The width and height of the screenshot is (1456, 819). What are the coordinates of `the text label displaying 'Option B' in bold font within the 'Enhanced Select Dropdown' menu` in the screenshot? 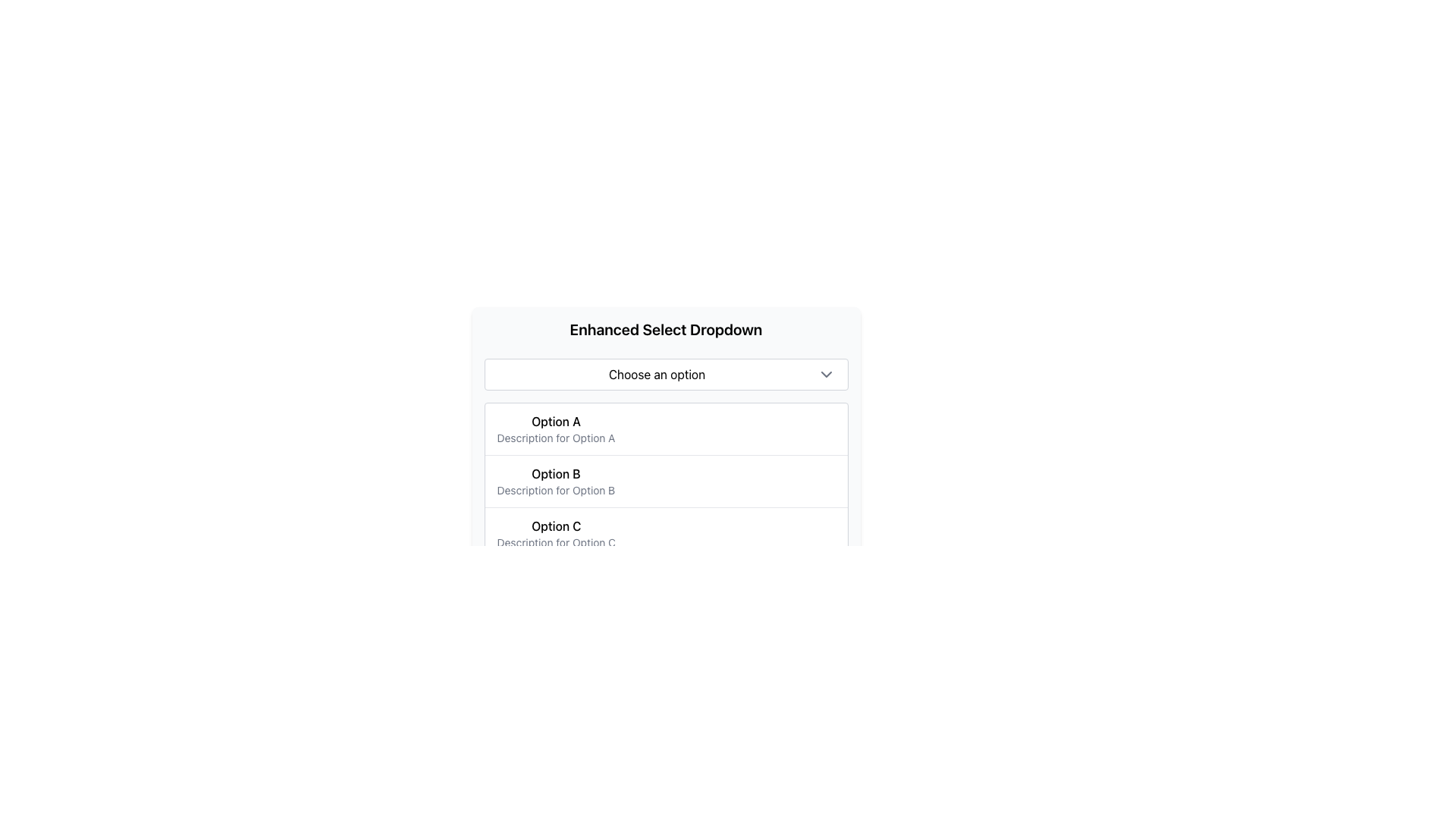 It's located at (555, 472).